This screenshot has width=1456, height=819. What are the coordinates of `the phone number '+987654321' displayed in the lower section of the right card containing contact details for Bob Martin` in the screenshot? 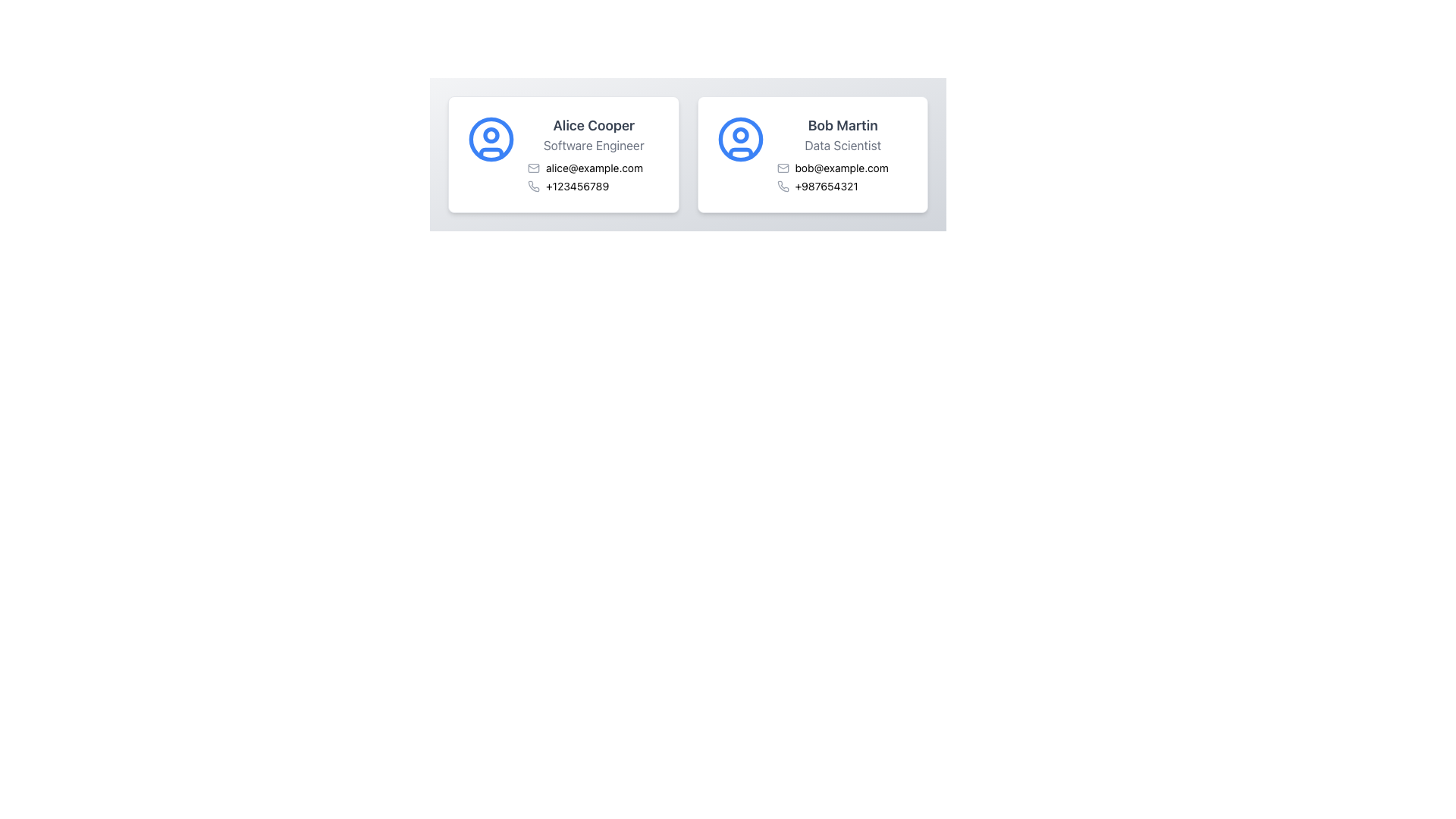 It's located at (842, 186).